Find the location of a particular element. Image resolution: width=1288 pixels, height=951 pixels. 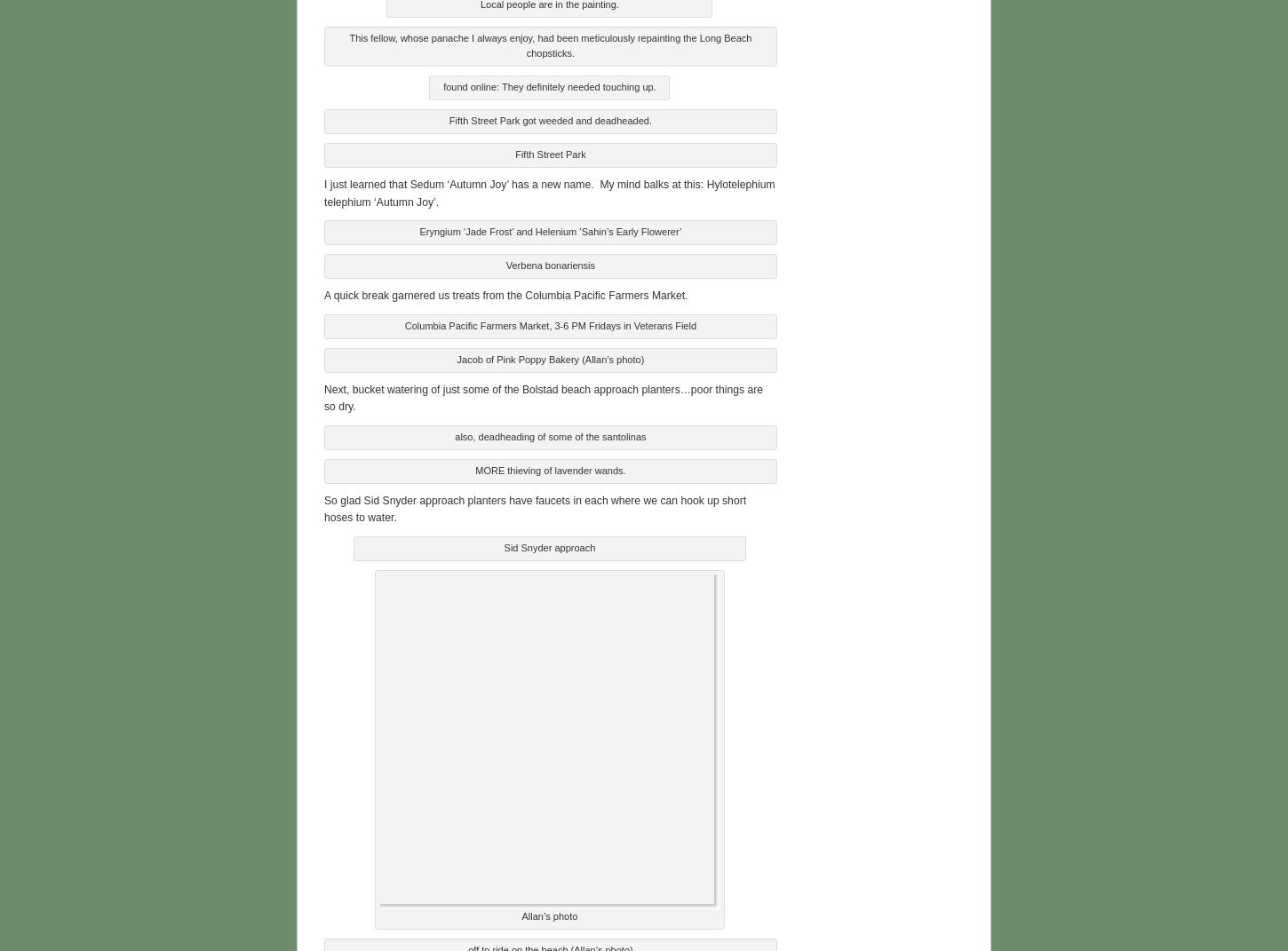

'Verbena bonariensis' is located at coordinates (505, 263).